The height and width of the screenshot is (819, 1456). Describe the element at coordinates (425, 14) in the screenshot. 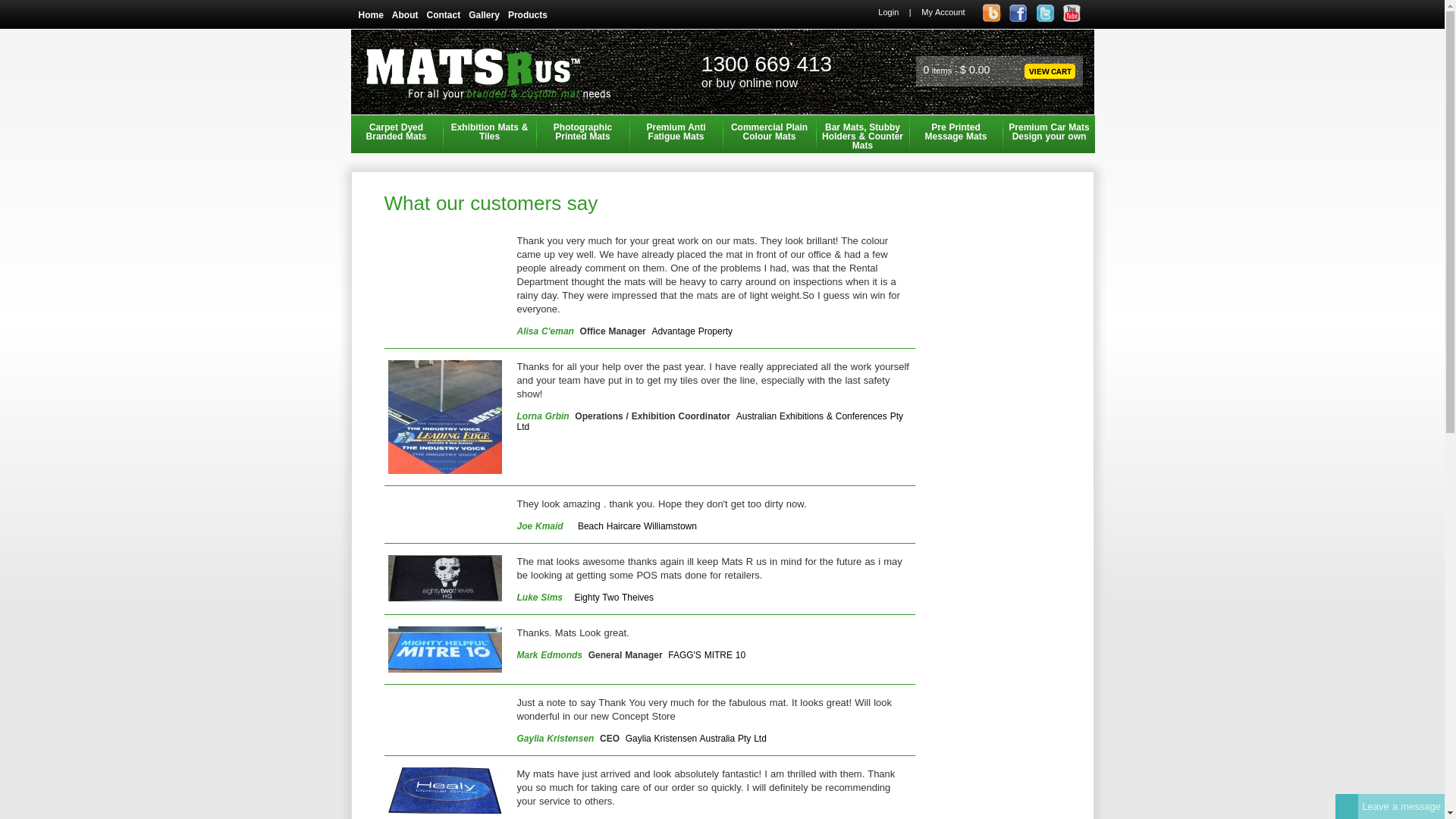

I see `'Contact'` at that location.